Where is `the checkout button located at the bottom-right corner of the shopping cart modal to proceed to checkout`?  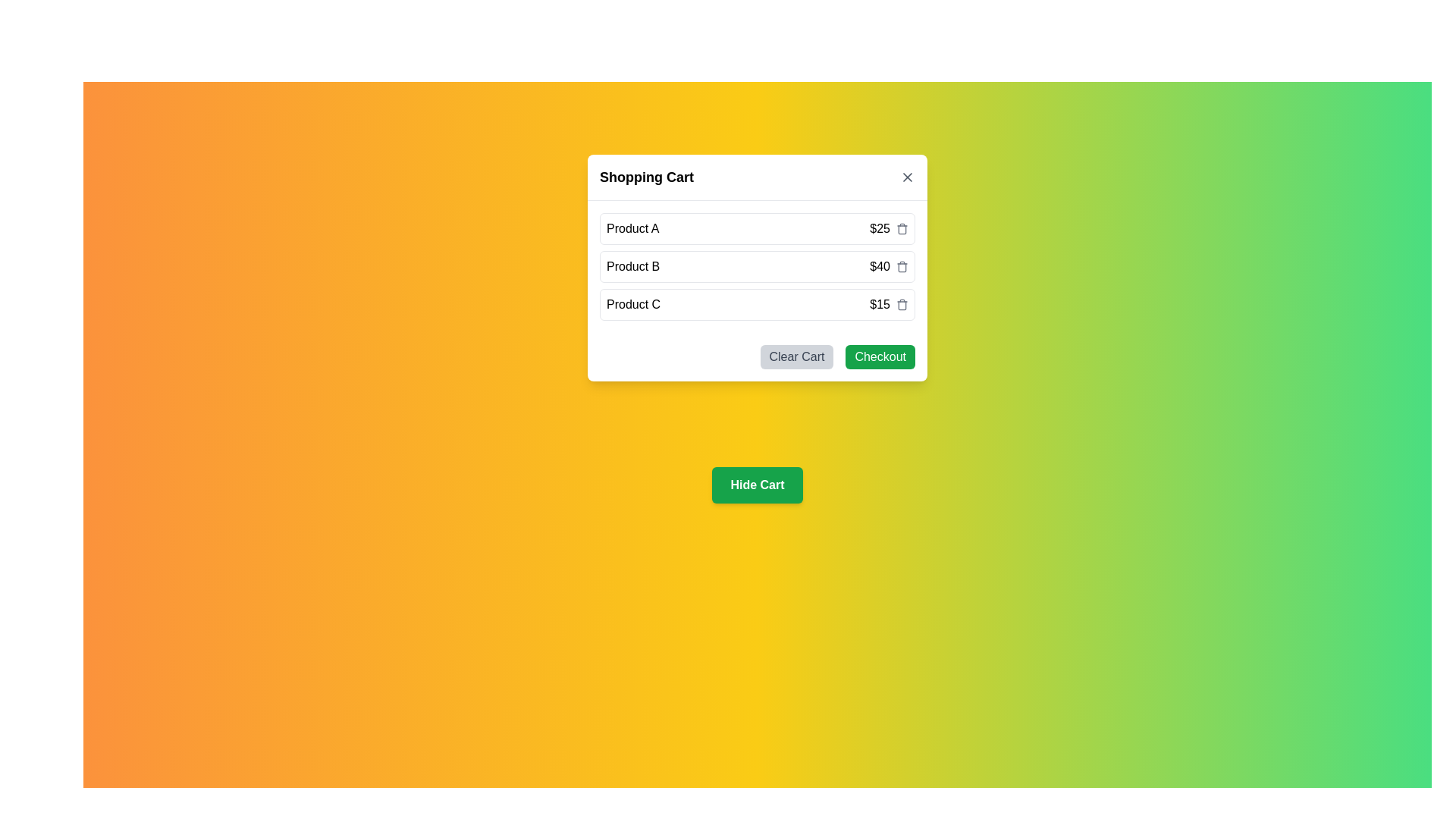 the checkout button located at the bottom-right corner of the shopping cart modal to proceed to checkout is located at coordinates (880, 356).